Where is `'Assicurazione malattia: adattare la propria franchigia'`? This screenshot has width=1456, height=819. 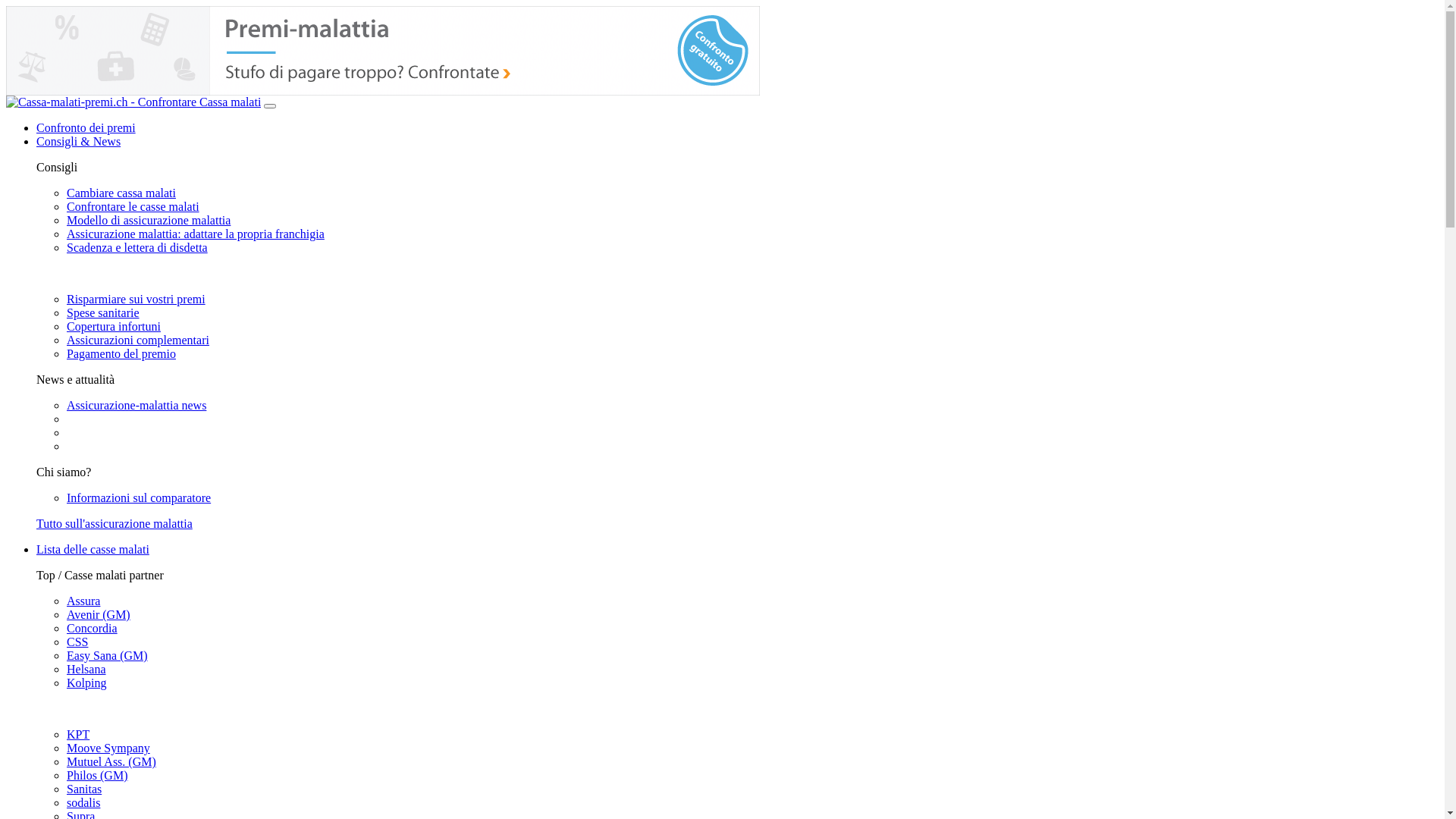 'Assicurazione malattia: adattare la propria franchigia' is located at coordinates (195, 234).